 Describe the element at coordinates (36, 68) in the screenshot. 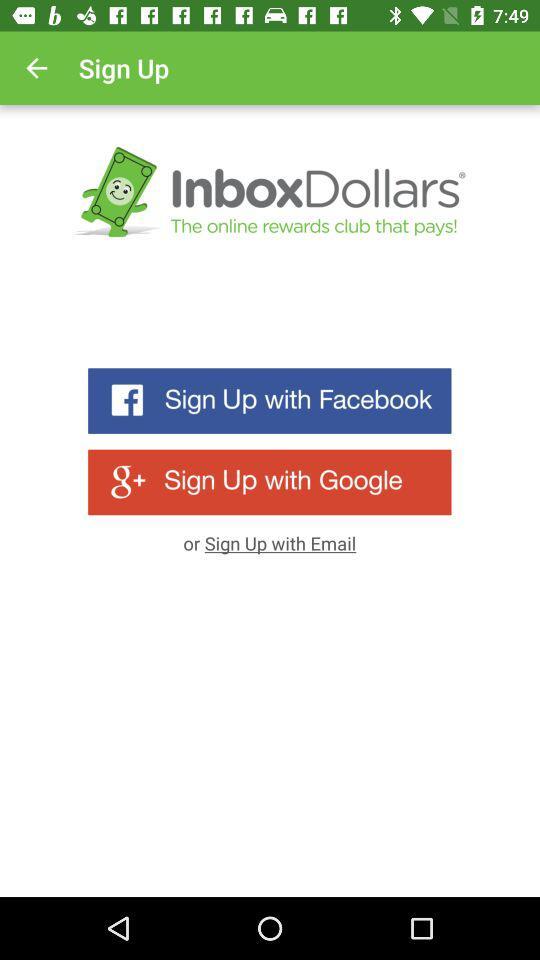

I see `icon next to sign up` at that location.